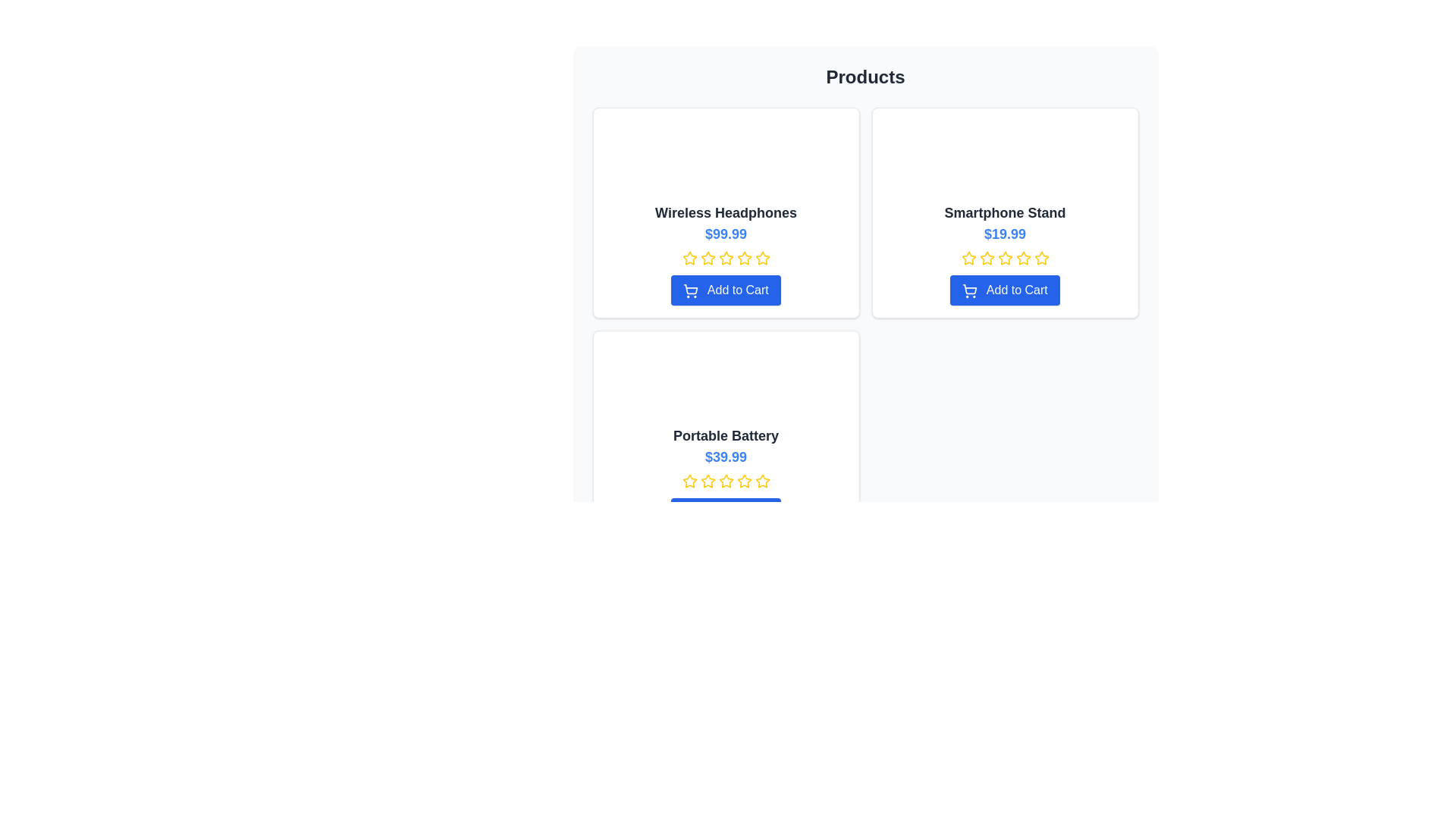  What do you see at coordinates (725, 213) in the screenshot?
I see `the product title, which is the text label displaying 'Wireless Headphones' in bold, large, dark gray font located at the top of the product card` at bounding box center [725, 213].